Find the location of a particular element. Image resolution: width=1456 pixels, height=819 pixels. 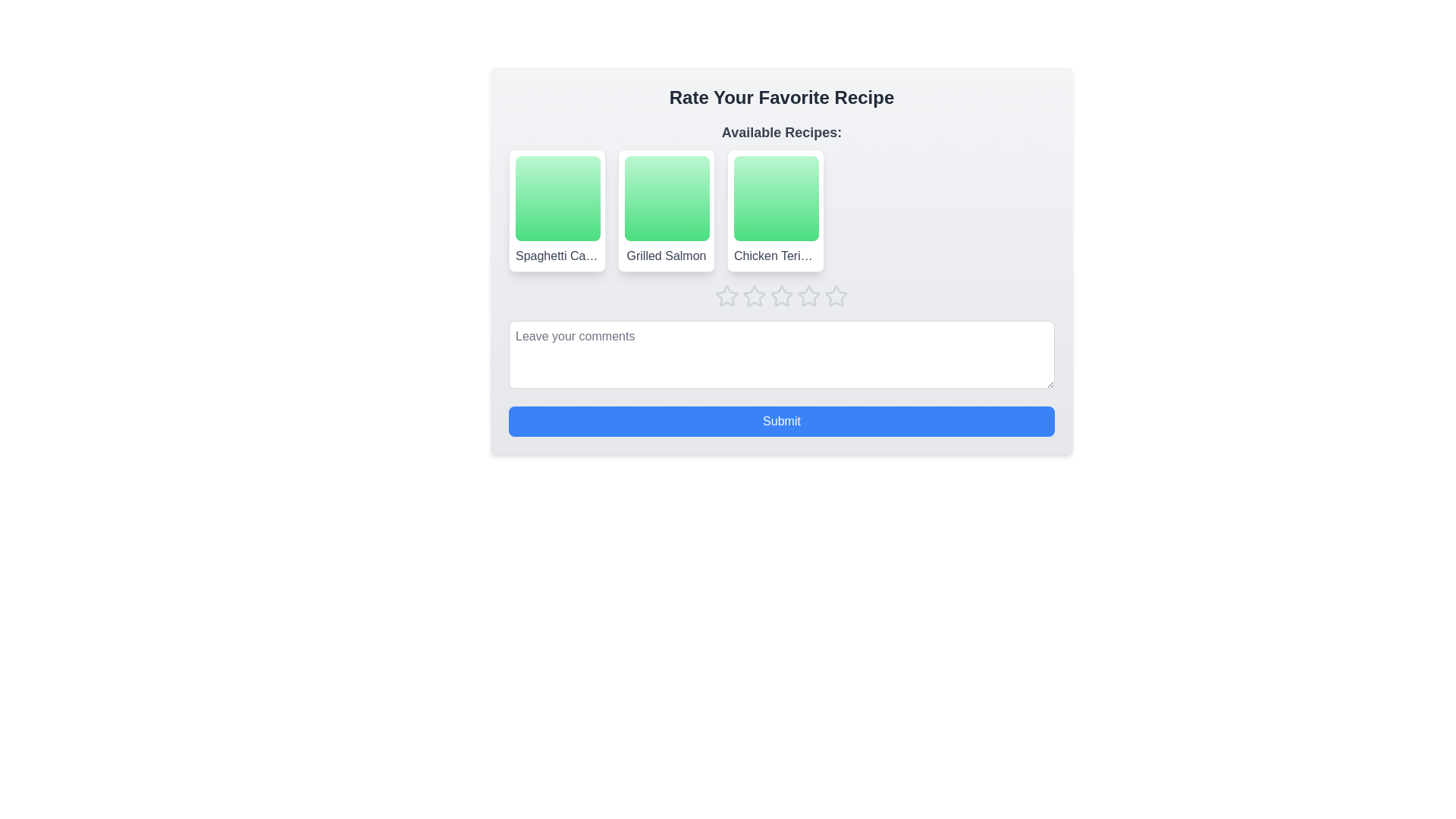

the Decorative display area that visually represents a recipe category, located at the top section of a white card with the title 'Spaghetti Carbonara' beneath it is located at coordinates (557, 198).